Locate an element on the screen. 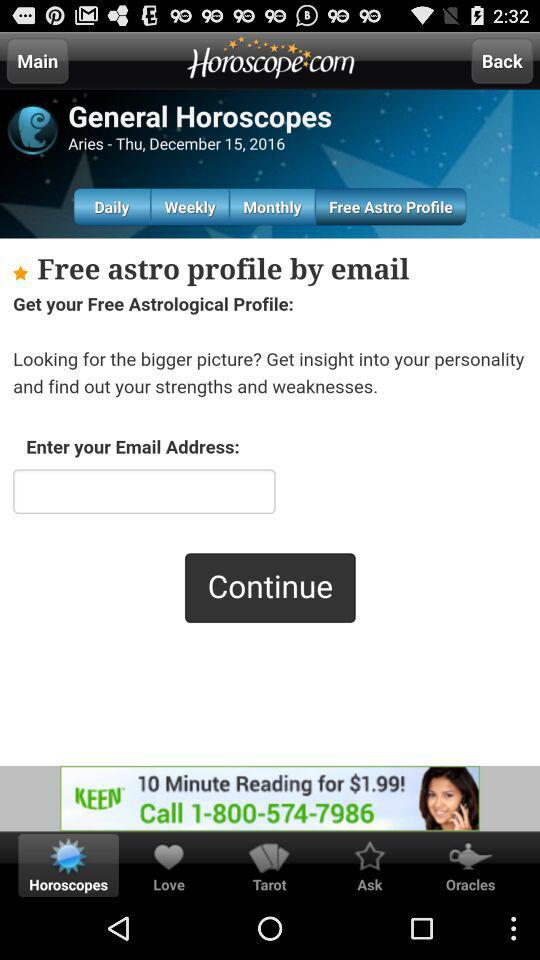 This screenshot has width=540, height=960. description is located at coordinates (270, 500).